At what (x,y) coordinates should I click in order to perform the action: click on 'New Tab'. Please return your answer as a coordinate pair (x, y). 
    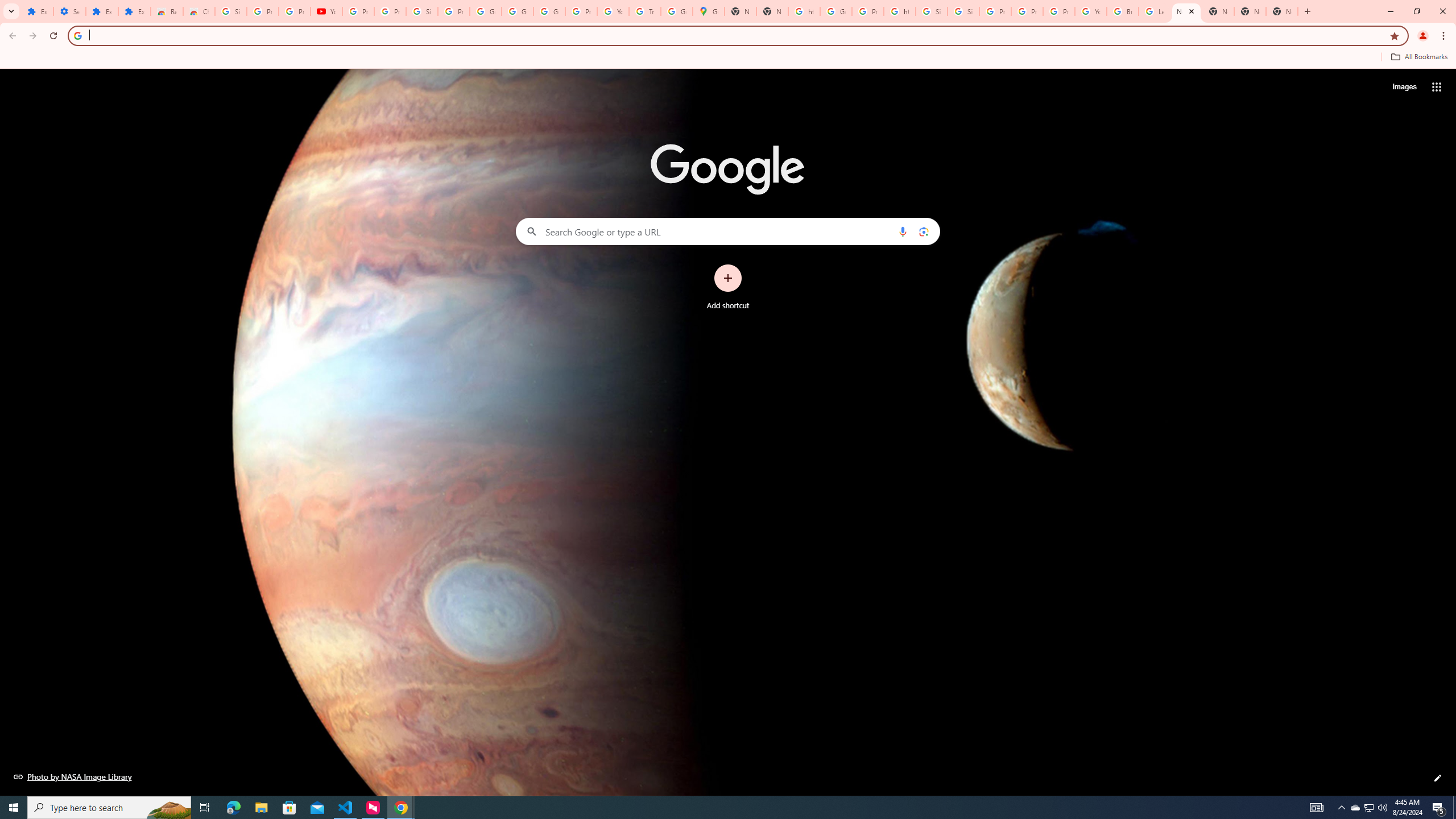
    Looking at the image, I should click on (1282, 11).